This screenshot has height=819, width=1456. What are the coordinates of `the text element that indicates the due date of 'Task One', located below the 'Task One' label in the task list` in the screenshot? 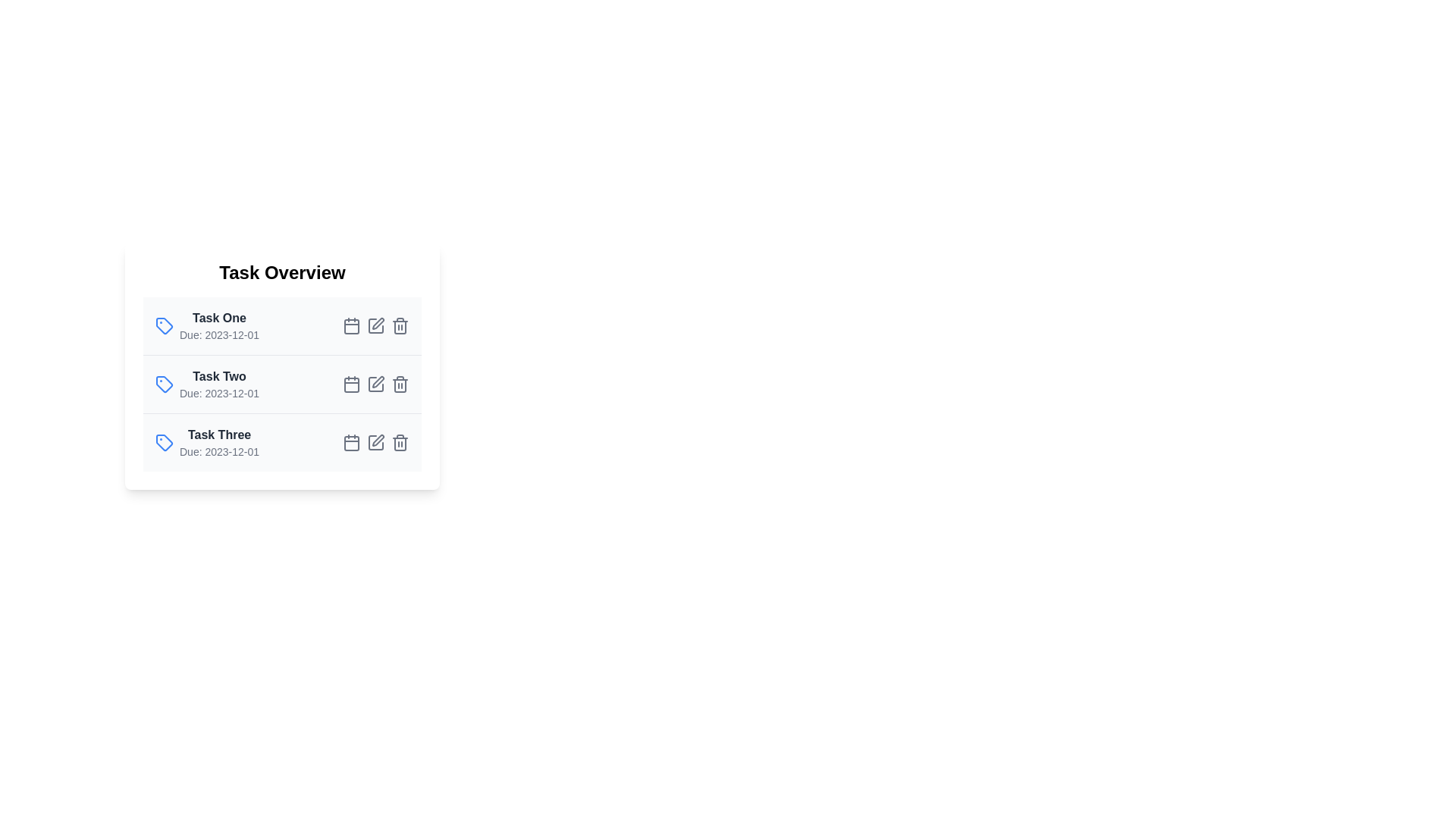 It's located at (218, 334).